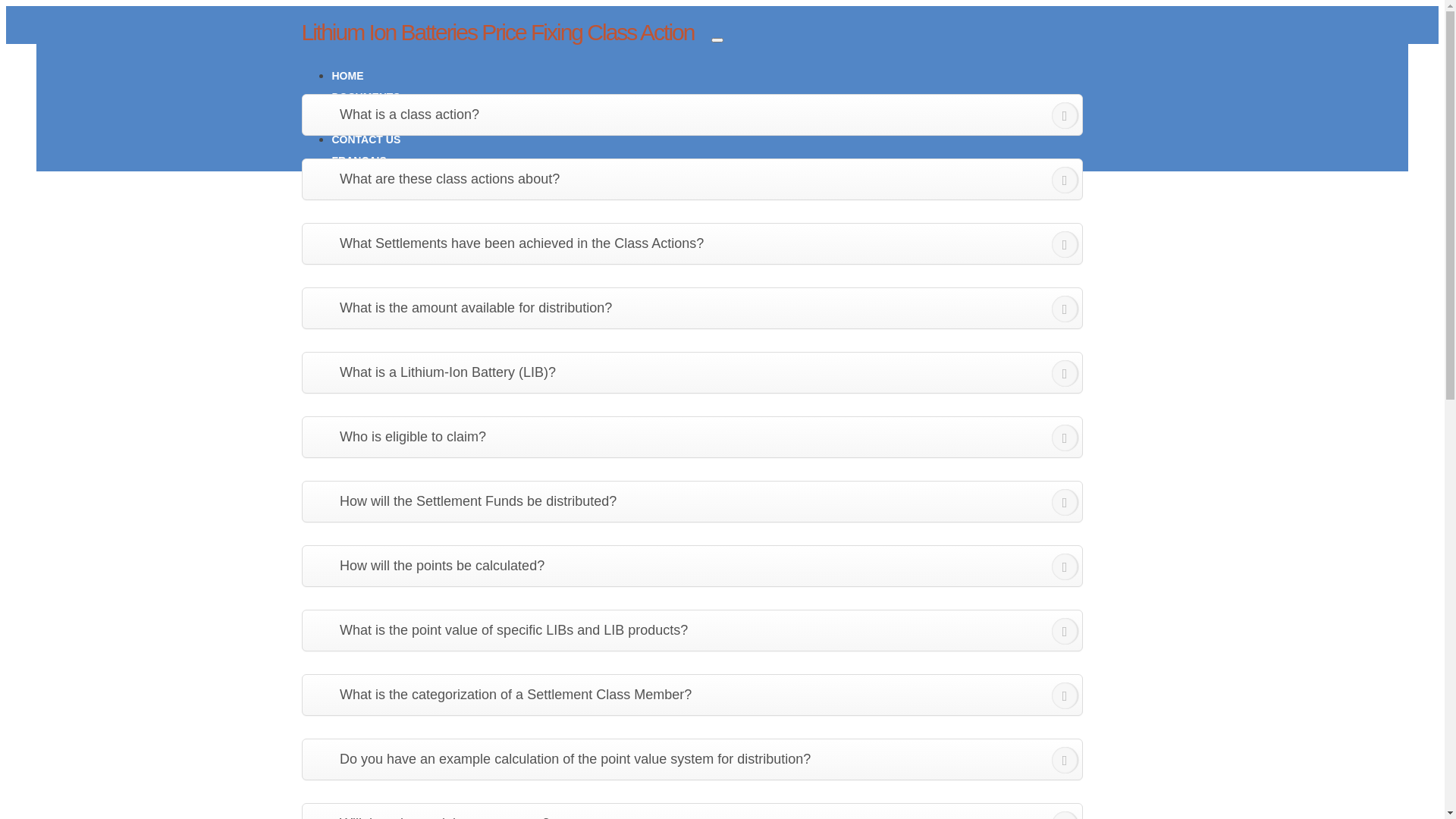 This screenshot has height=819, width=1456. I want to click on 'CONTACT US', so click(366, 140).